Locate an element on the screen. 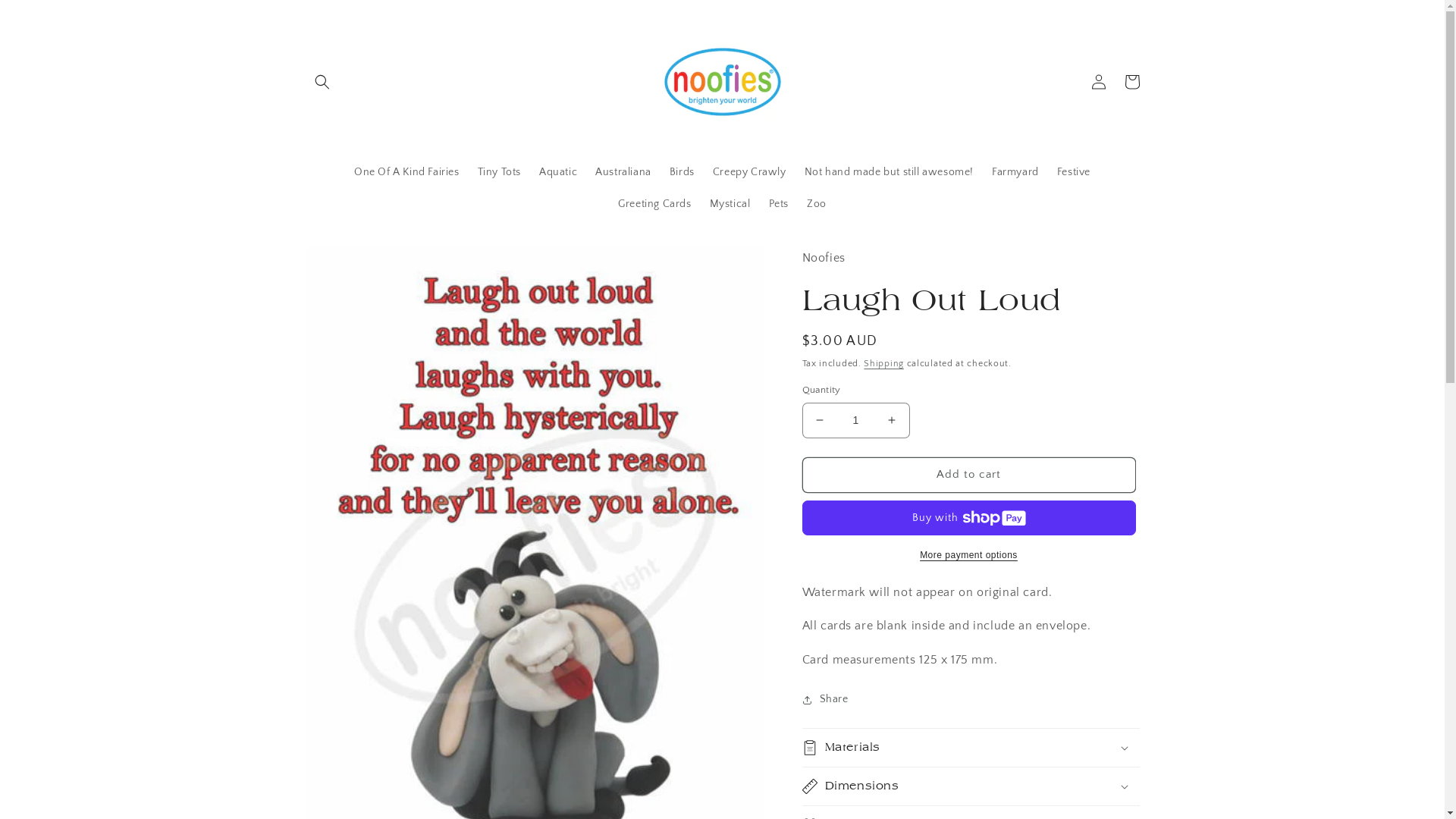 This screenshot has width=1456, height=819. 'One Of A Kind Fairies' is located at coordinates (406, 171).